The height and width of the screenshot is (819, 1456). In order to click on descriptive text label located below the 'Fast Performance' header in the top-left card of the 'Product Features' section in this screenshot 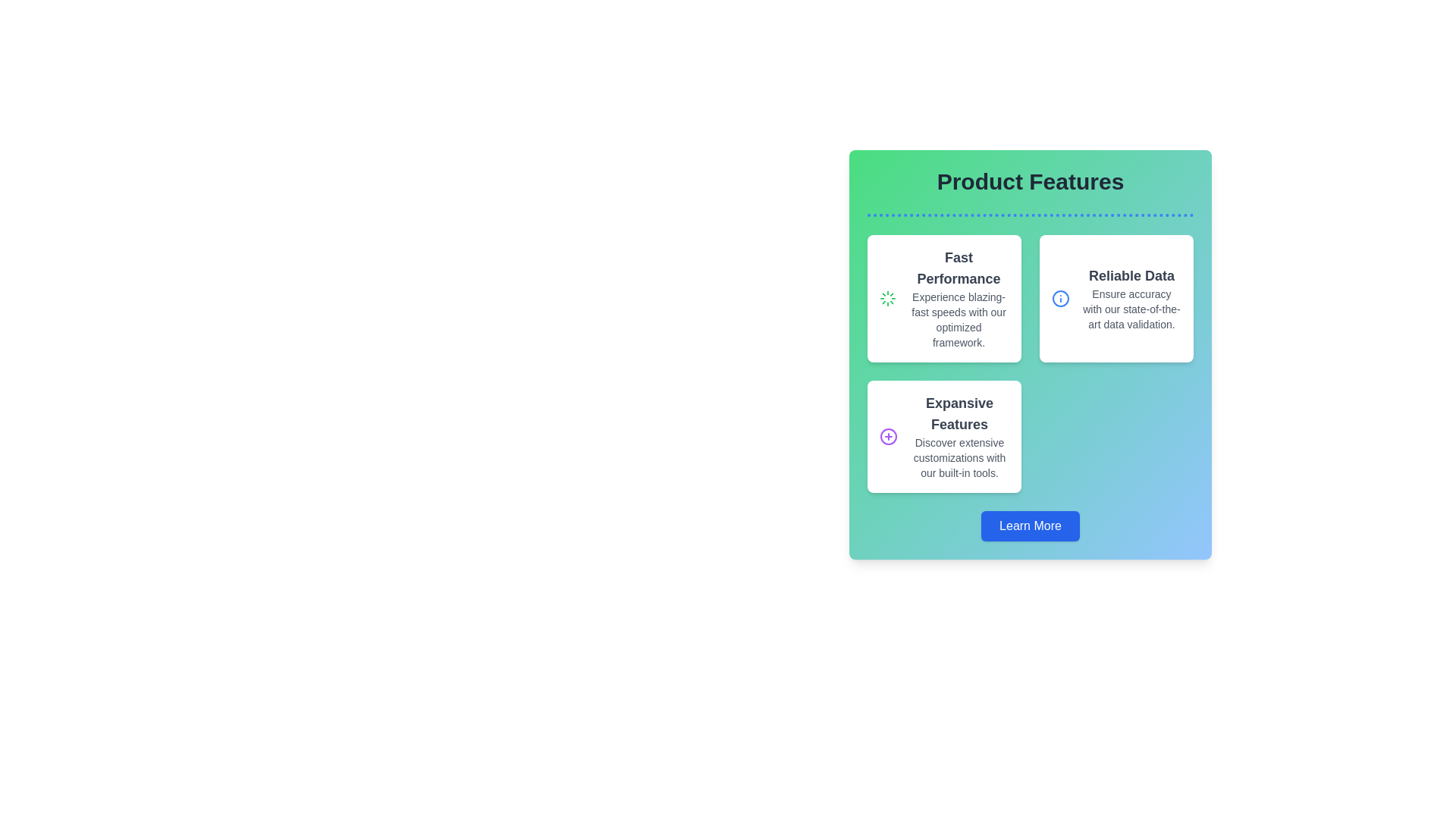, I will do `click(958, 318)`.